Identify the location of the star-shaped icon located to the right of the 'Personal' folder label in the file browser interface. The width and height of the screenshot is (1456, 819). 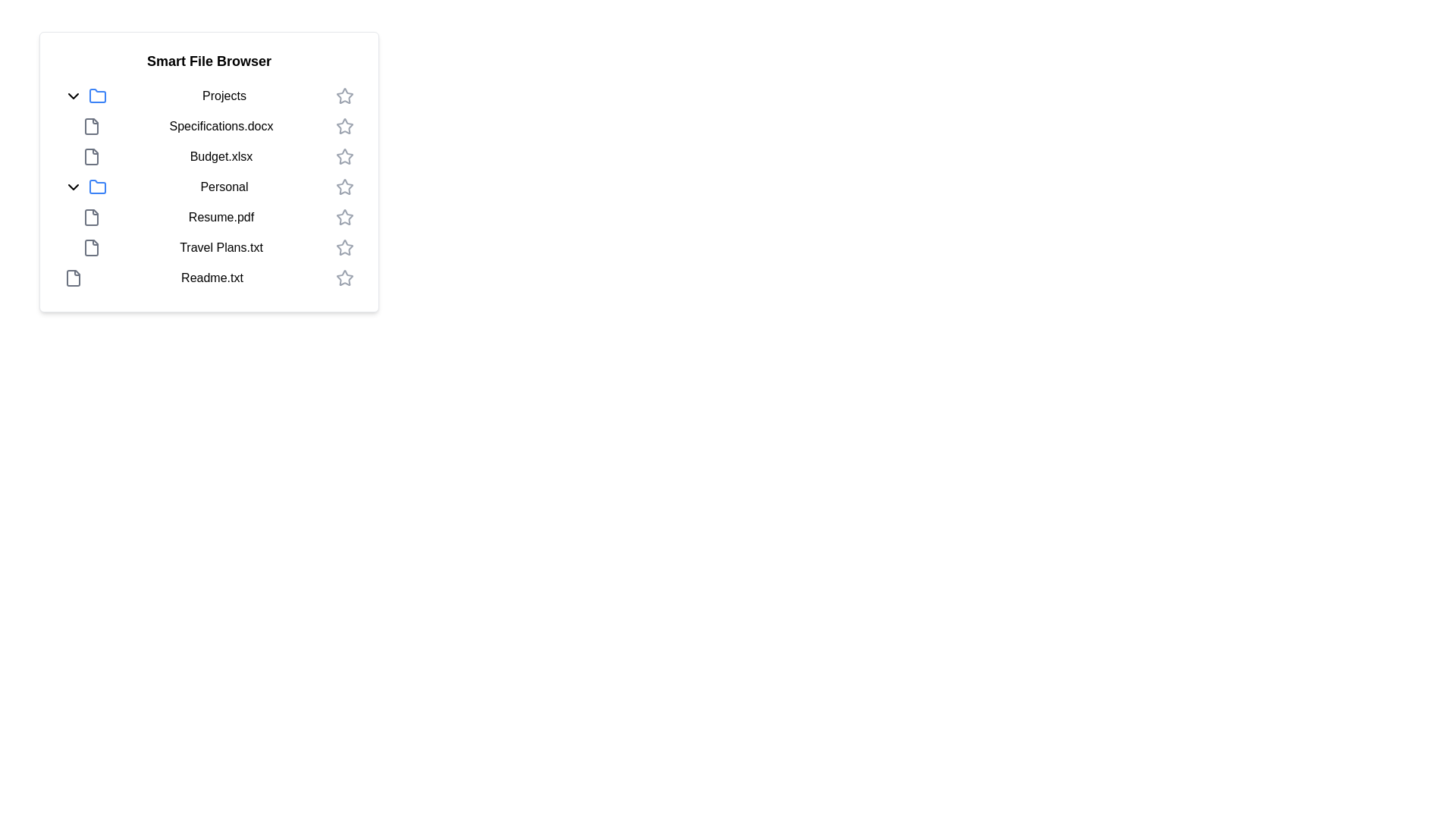
(344, 186).